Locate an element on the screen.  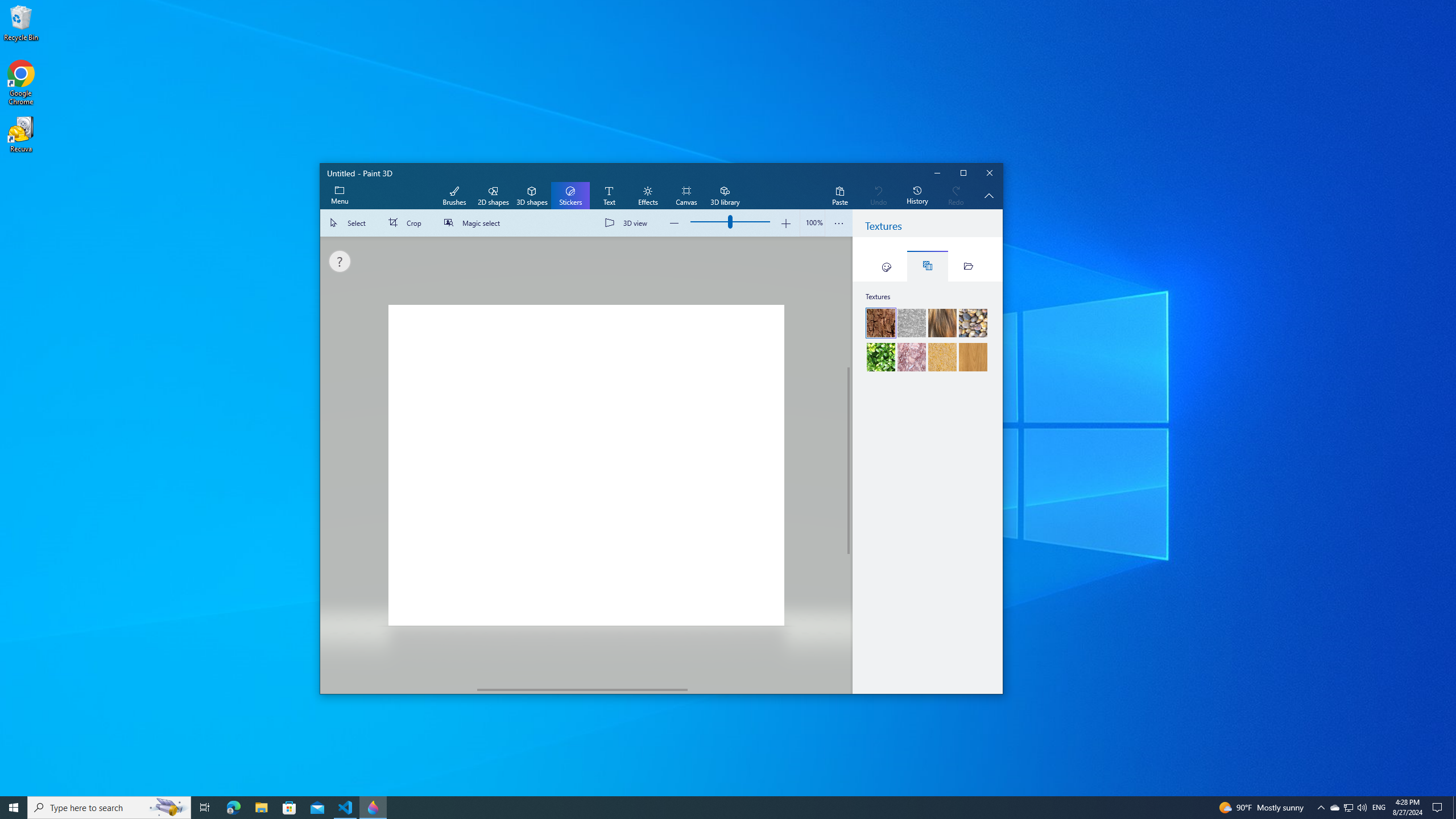
'View more options' is located at coordinates (839, 222).